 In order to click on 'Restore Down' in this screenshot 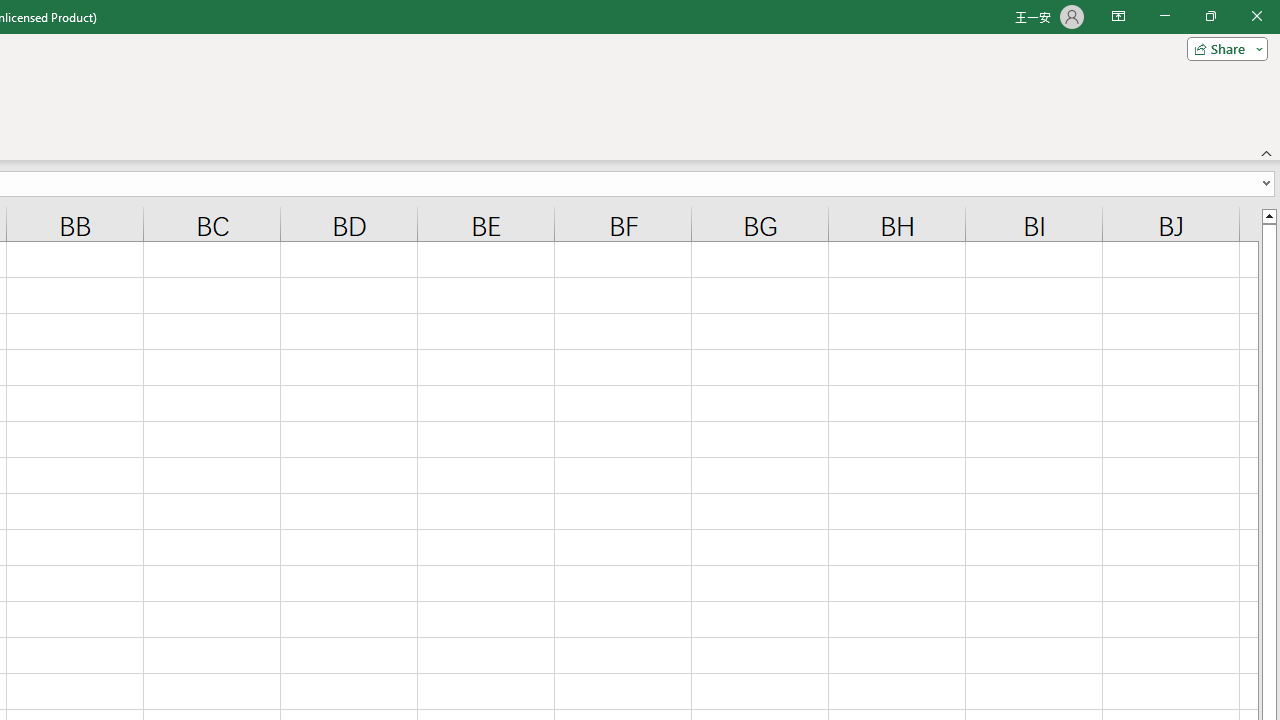, I will do `click(1209, 16)`.